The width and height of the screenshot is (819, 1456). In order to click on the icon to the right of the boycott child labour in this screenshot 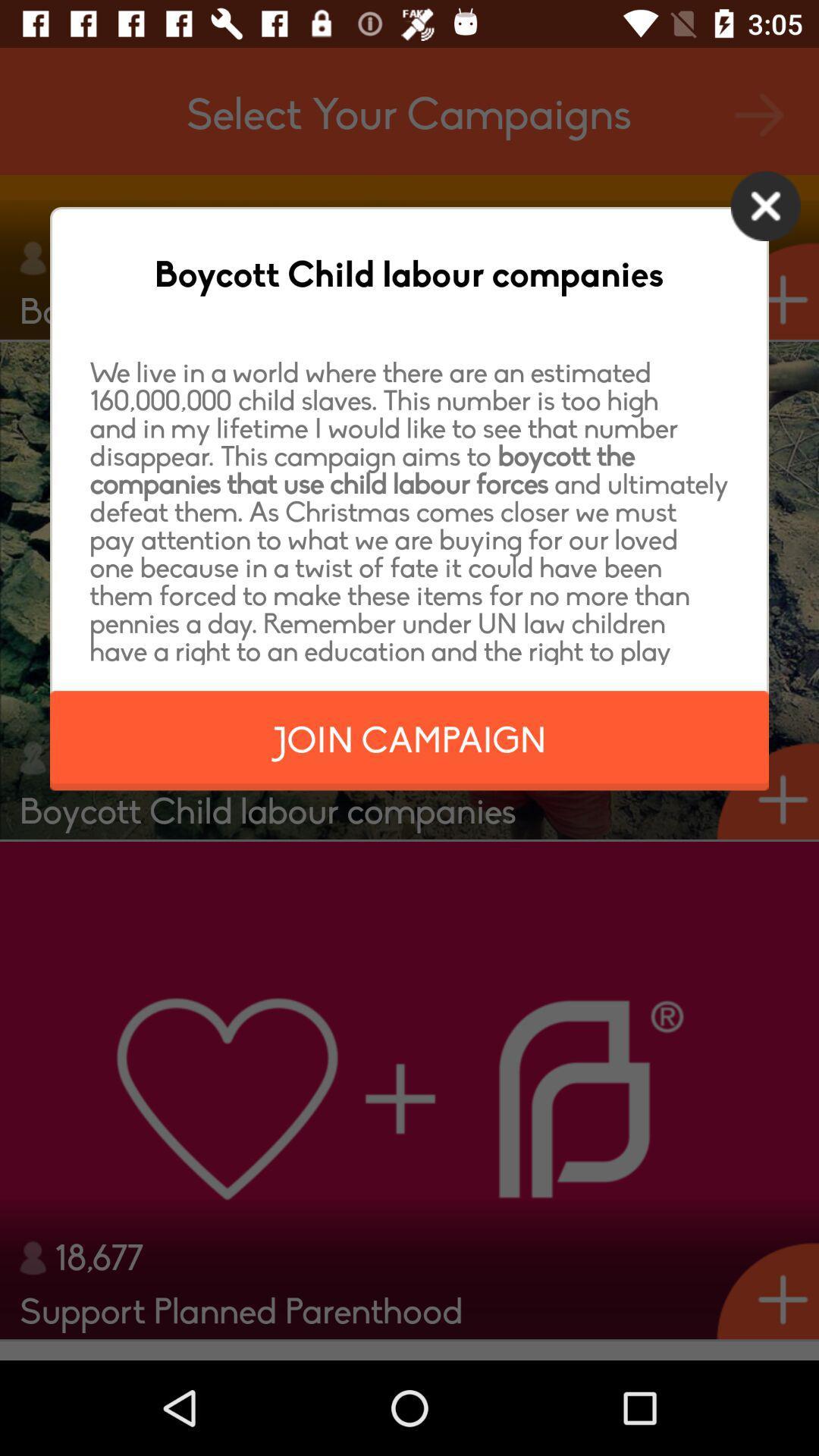, I will do `click(765, 205)`.